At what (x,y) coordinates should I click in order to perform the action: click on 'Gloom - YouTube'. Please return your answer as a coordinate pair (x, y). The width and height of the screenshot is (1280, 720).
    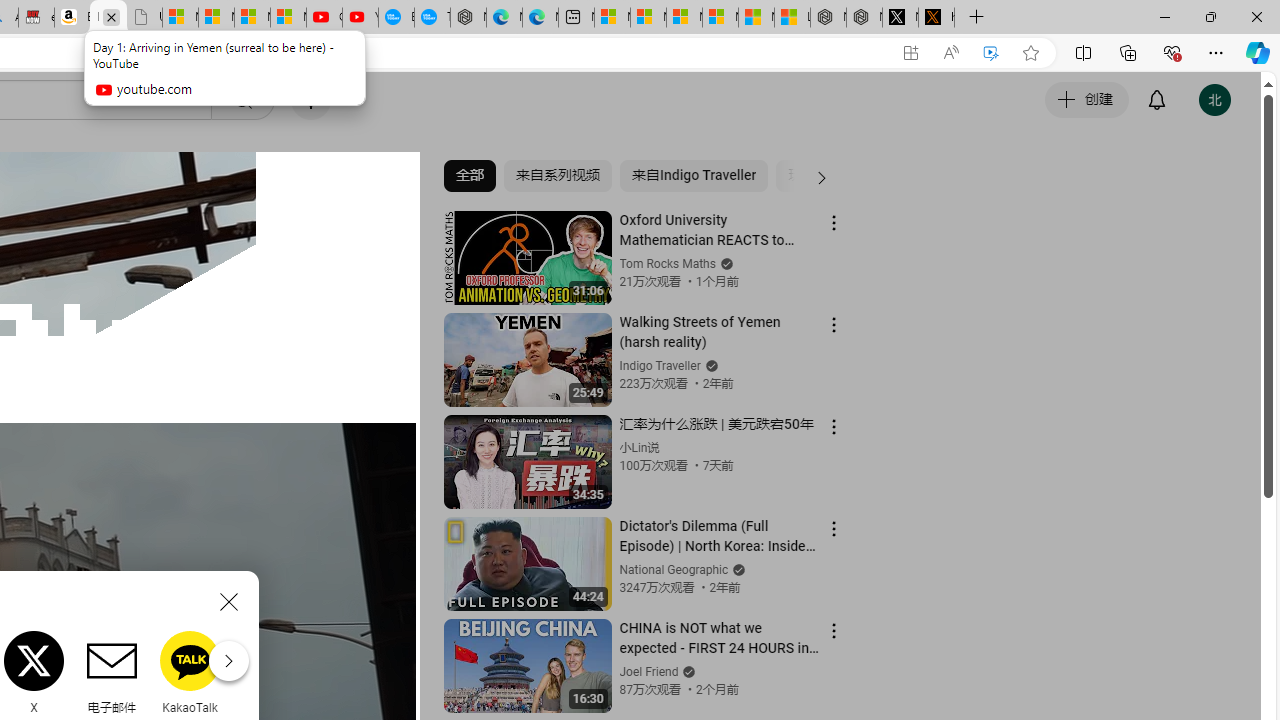
    Looking at the image, I should click on (324, 17).